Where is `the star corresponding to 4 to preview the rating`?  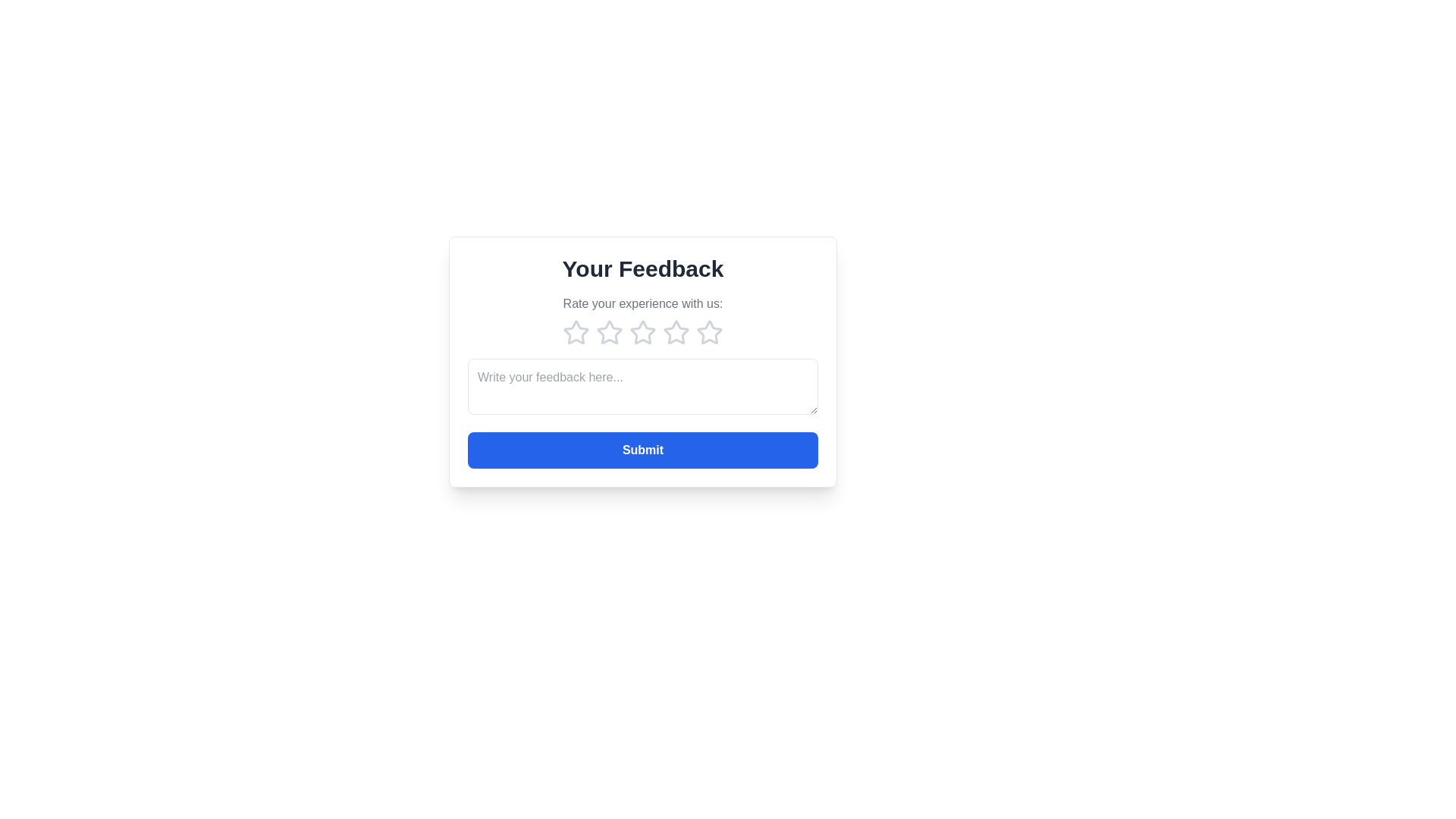 the star corresponding to 4 to preview the rating is located at coordinates (676, 332).